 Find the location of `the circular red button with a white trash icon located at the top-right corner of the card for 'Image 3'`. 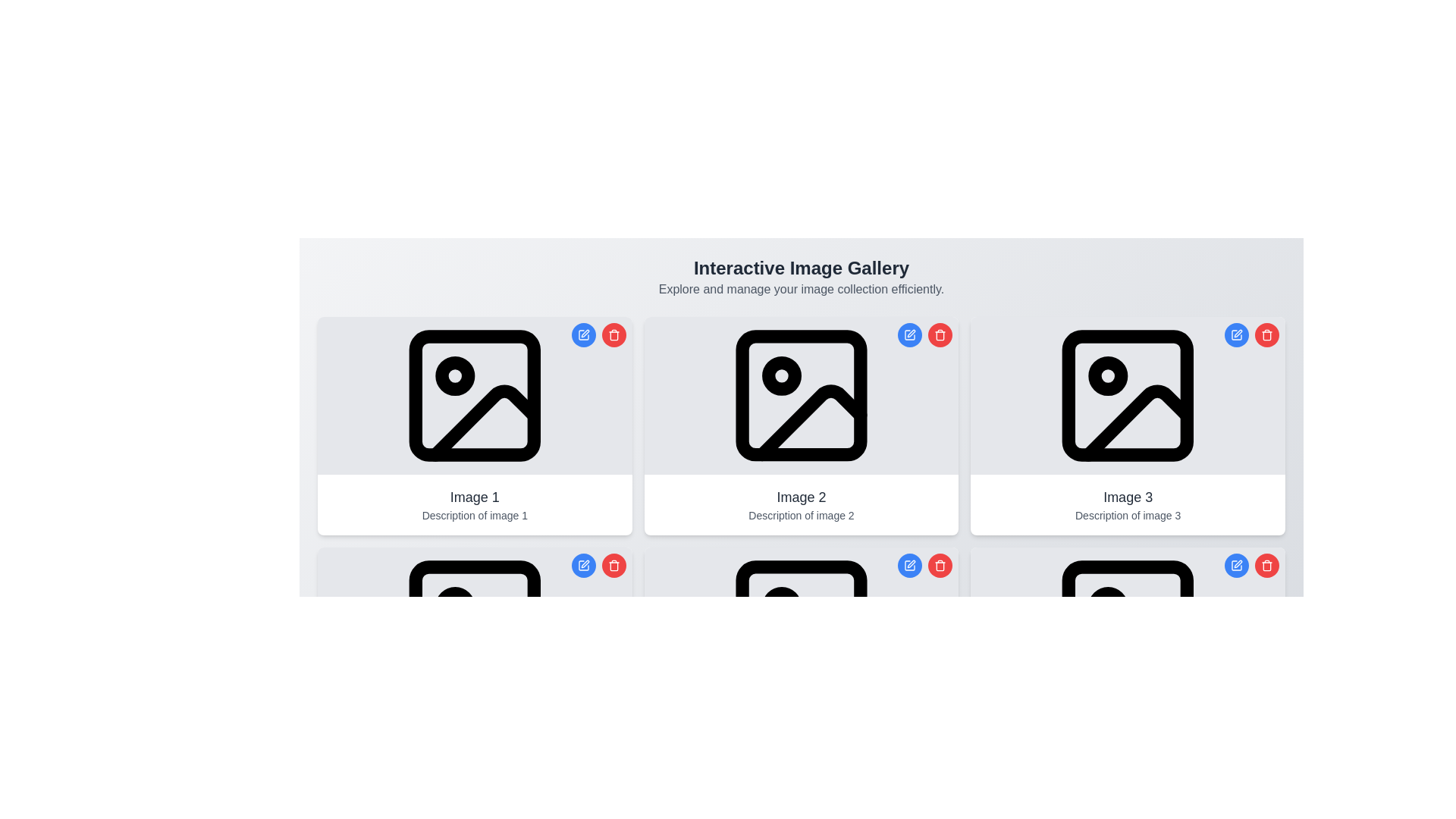

the circular red button with a white trash icon located at the top-right corner of the card for 'Image 3' is located at coordinates (1266, 334).